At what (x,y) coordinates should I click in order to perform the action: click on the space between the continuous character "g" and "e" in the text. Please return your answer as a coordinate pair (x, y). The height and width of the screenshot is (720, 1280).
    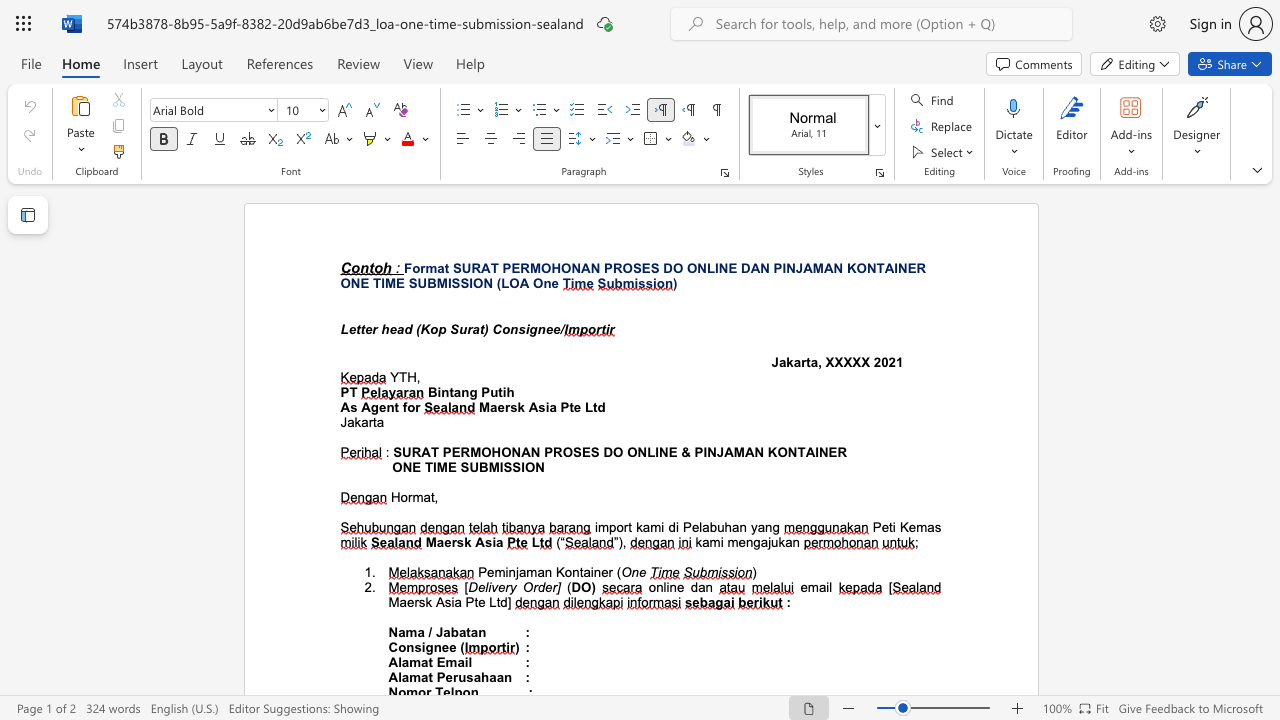
    Looking at the image, I should click on (378, 406).